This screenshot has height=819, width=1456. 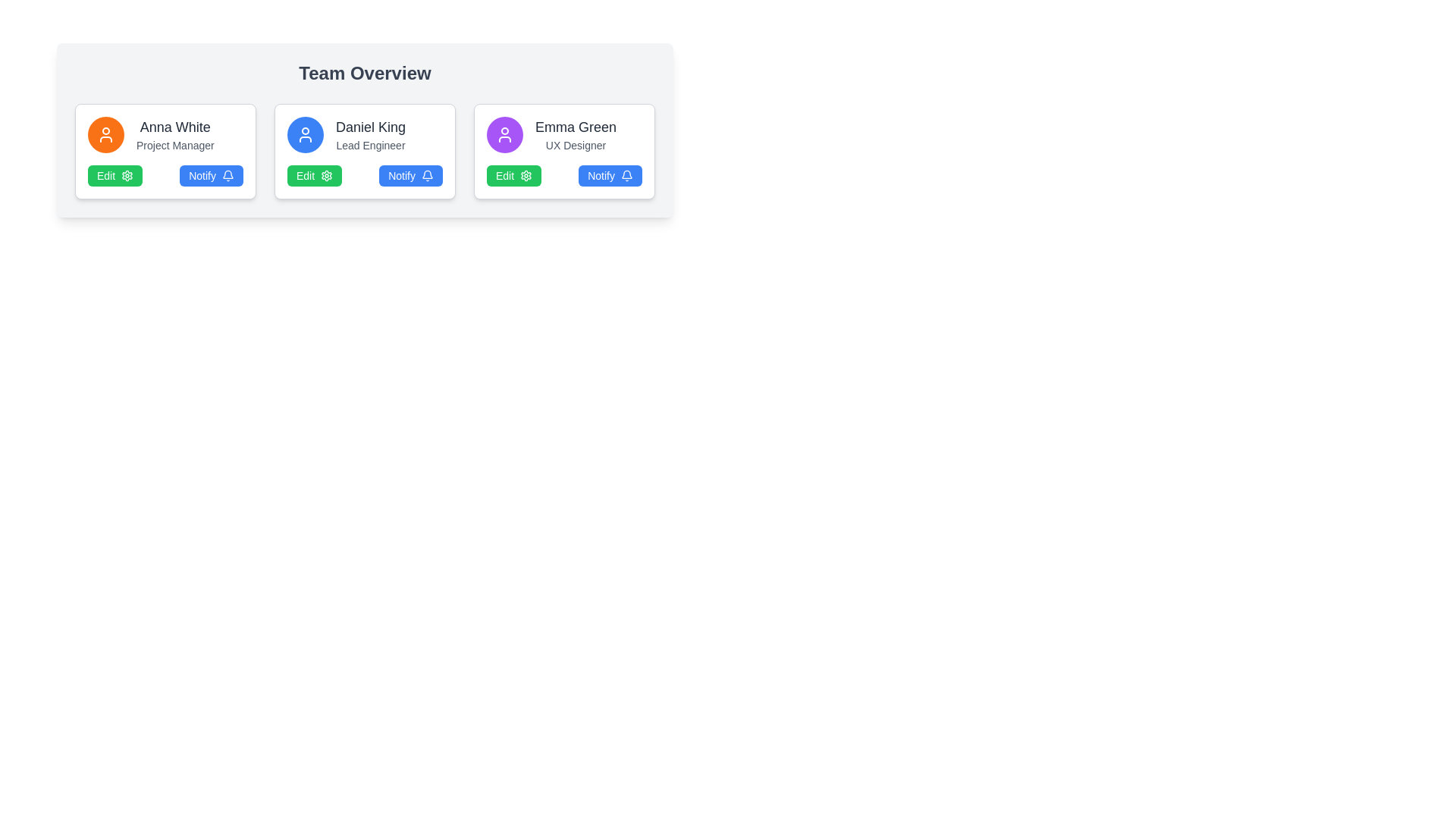 I want to click on the gear icon within the 'Edit' button of the 'Daniel King' card, so click(x=326, y=174).